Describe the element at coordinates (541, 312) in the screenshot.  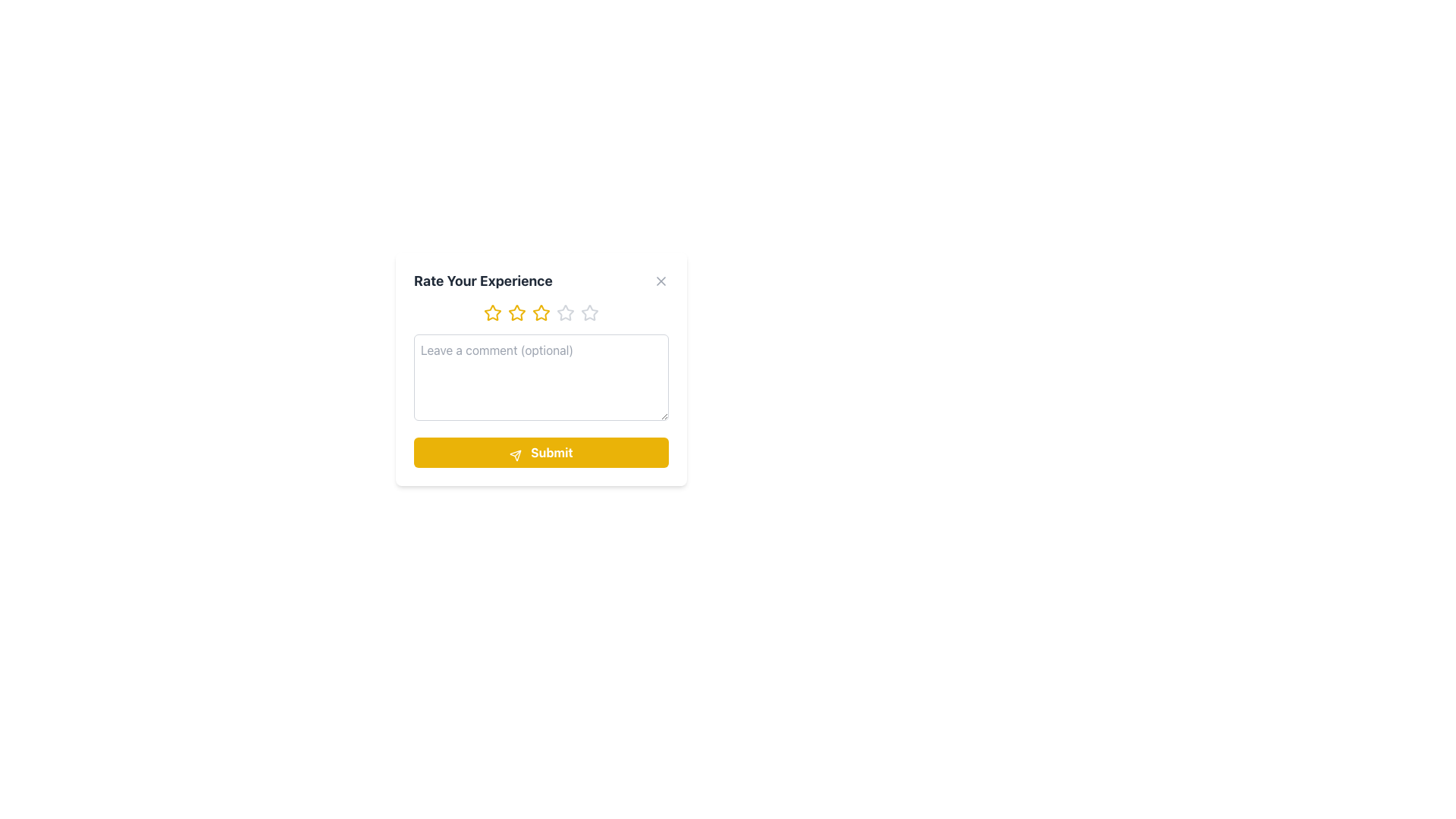
I see `one of the stars in the Star Rating Component, which is located below the 'Rate Your Experience' title and above the 'Leave a comment (optional)' text input area` at that location.